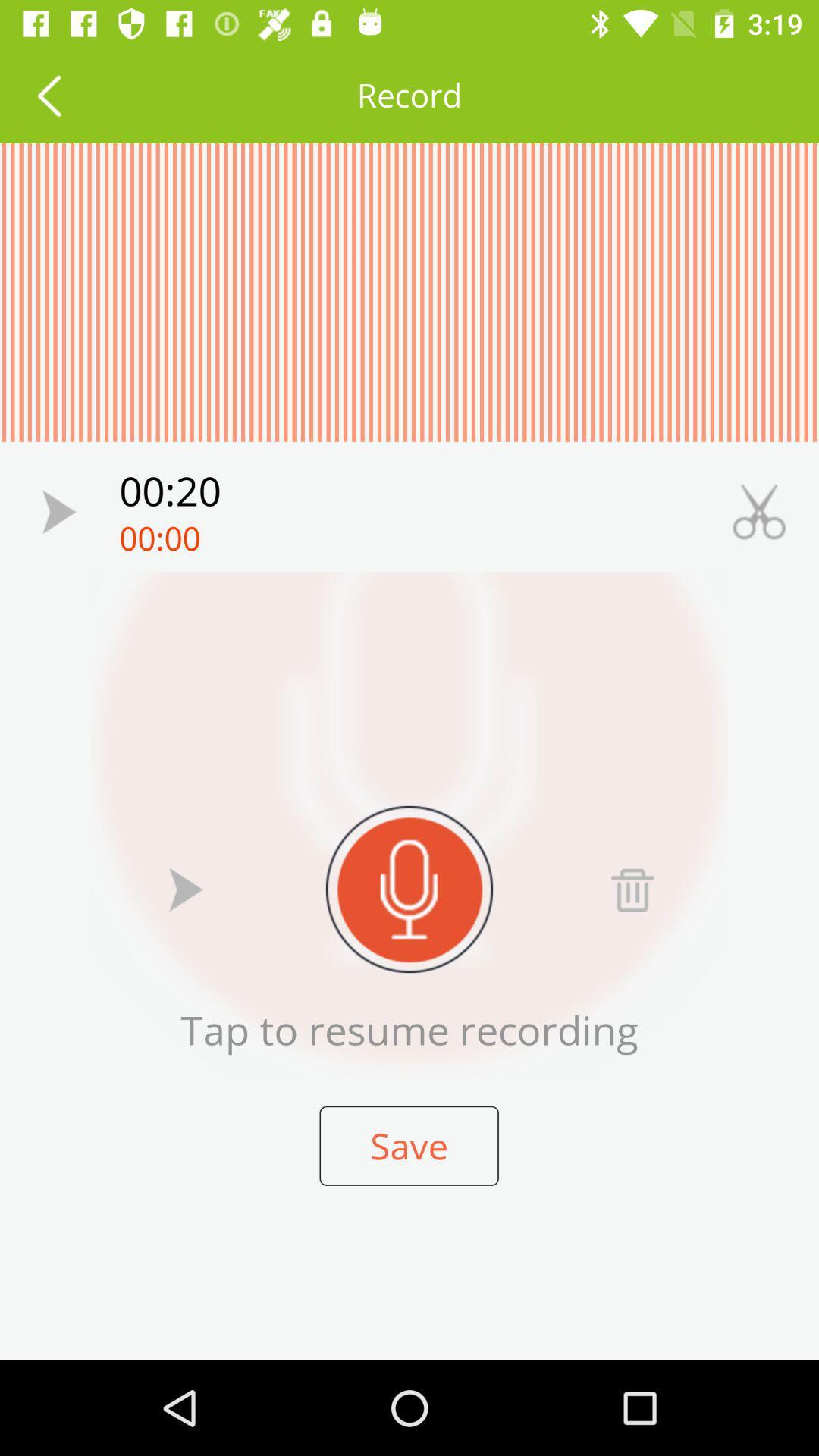  Describe the element at coordinates (408, 1146) in the screenshot. I see `save` at that location.